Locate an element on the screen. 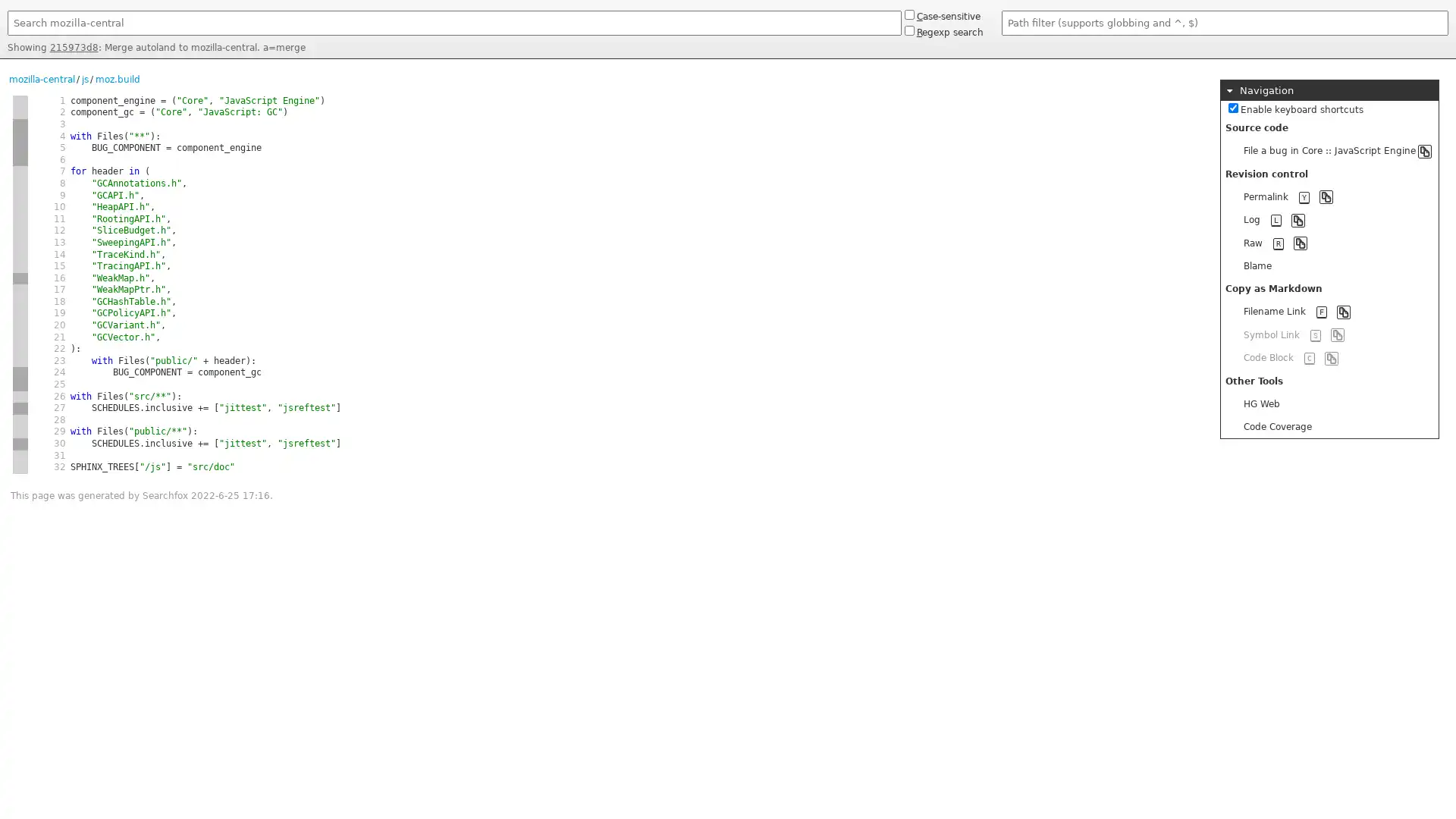 The height and width of the screenshot is (819, 1456). same hash 2 is located at coordinates (20, 384).